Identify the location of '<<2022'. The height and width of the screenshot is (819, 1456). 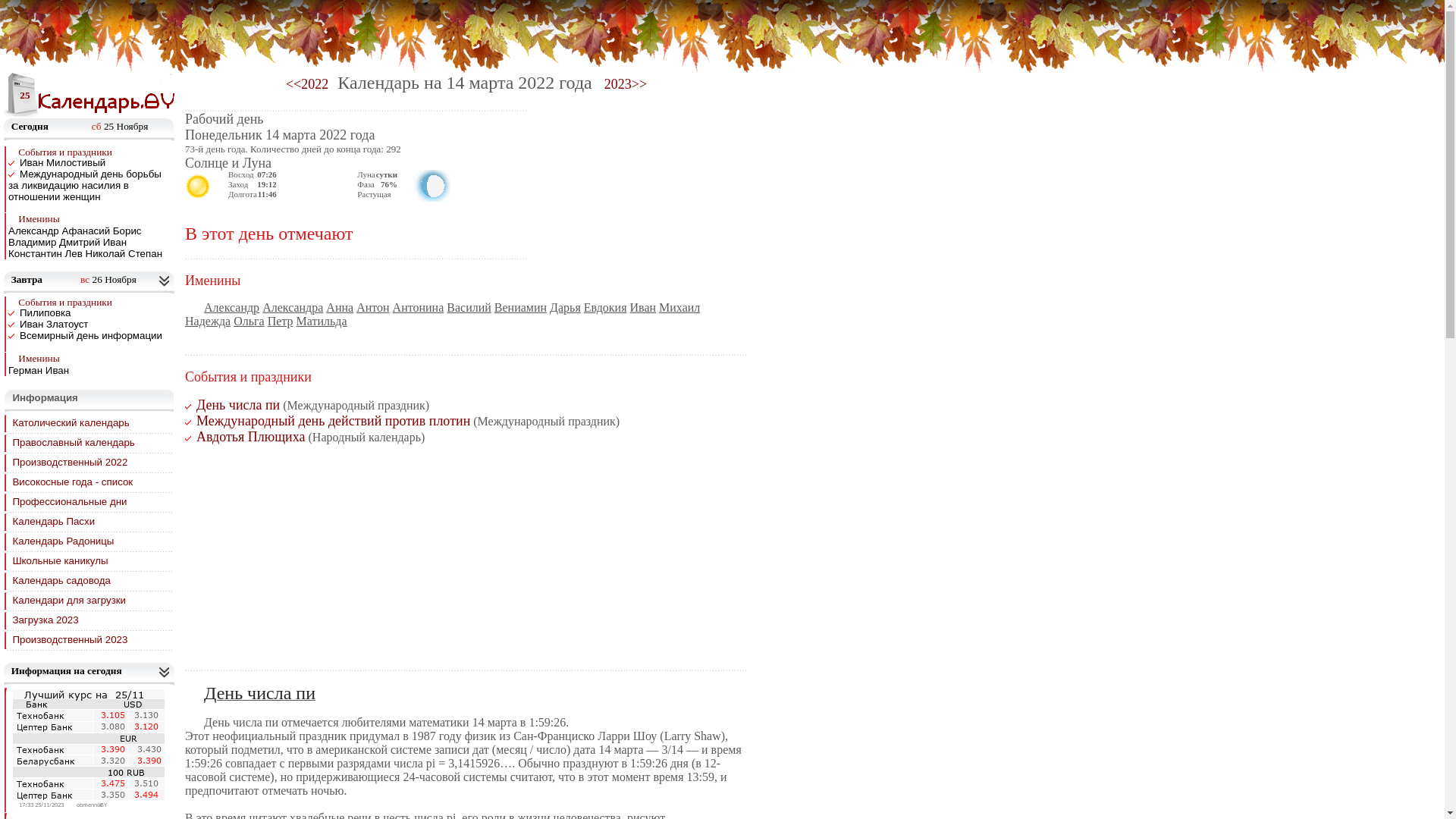
(306, 84).